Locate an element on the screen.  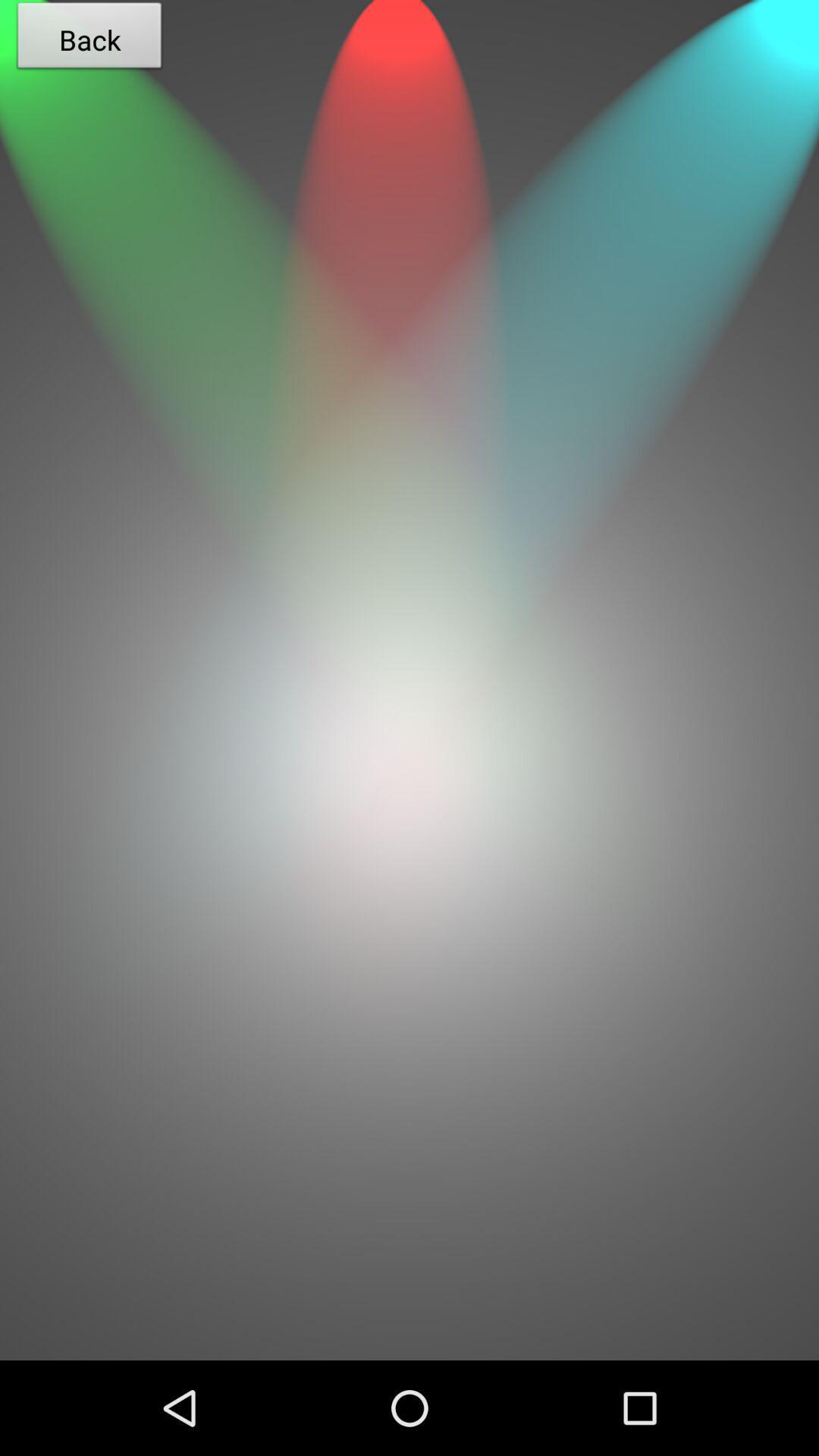
wallpaper display is located at coordinates (409, 1111).